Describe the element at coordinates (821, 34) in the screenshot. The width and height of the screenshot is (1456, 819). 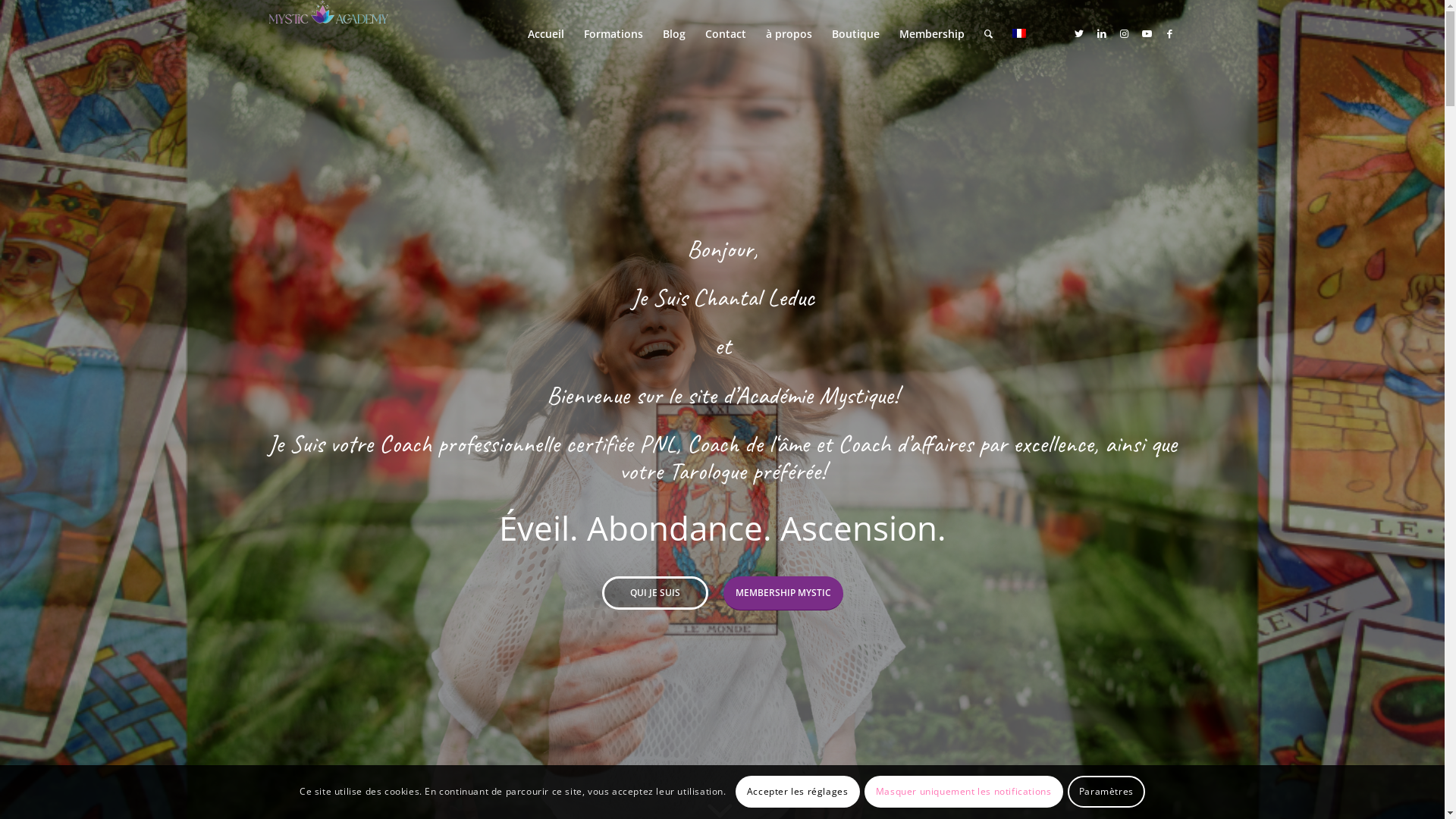
I see `'Boutique'` at that location.